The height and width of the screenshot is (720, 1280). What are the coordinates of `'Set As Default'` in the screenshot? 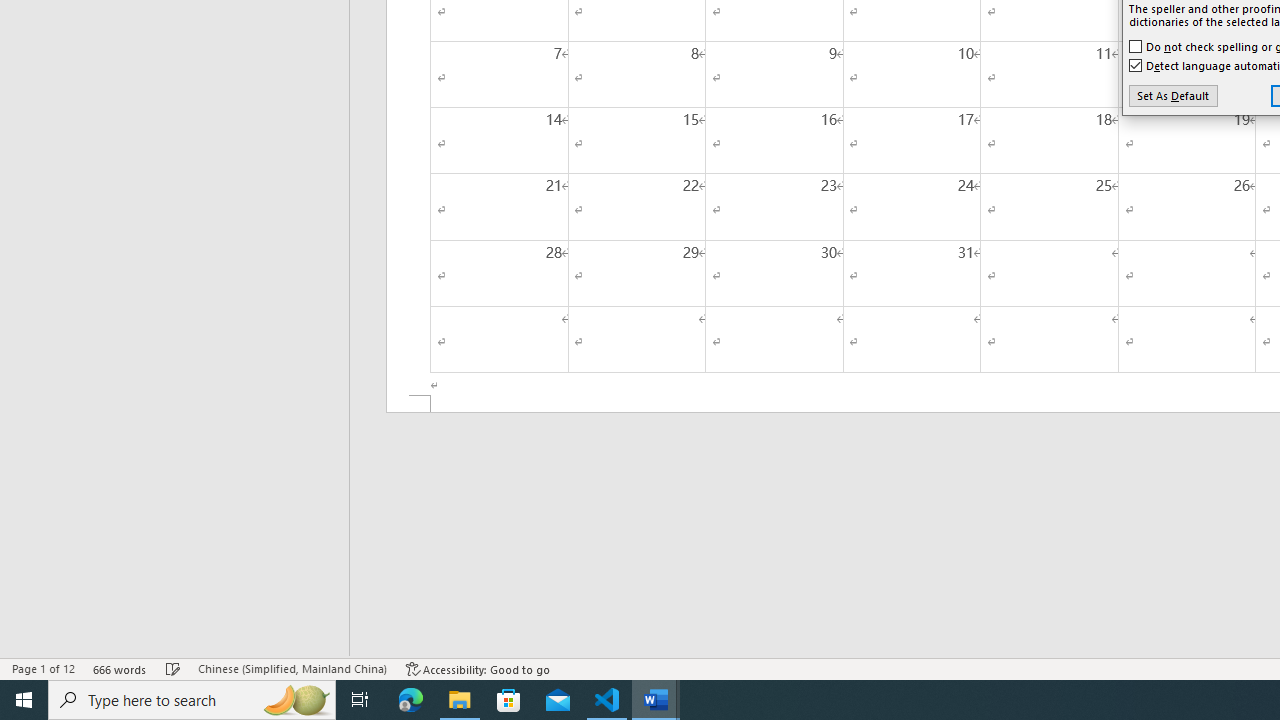 It's located at (1173, 96).